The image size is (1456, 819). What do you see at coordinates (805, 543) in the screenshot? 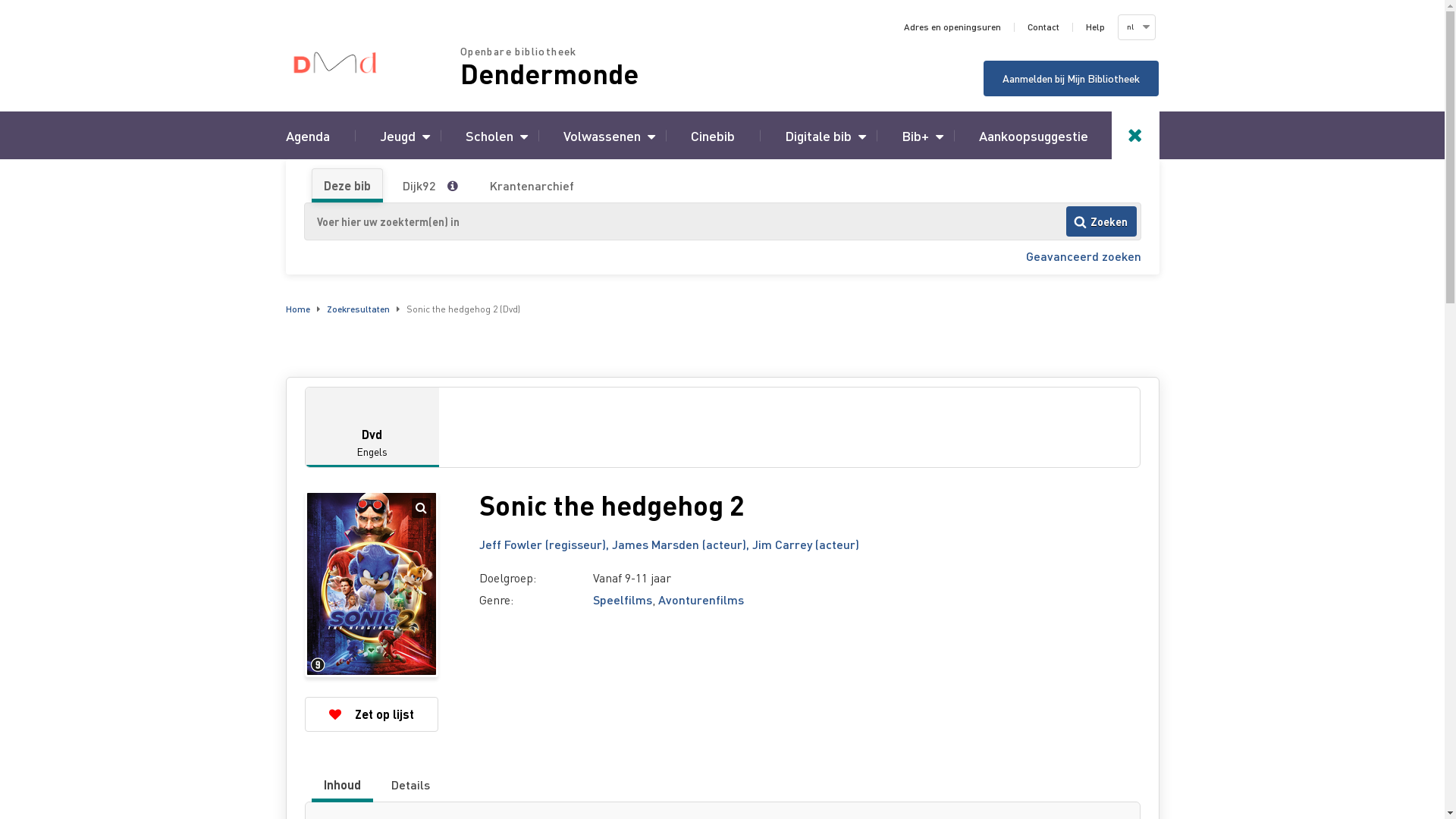
I see `'Jim Carrey (acteur)'` at bounding box center [805, 543].